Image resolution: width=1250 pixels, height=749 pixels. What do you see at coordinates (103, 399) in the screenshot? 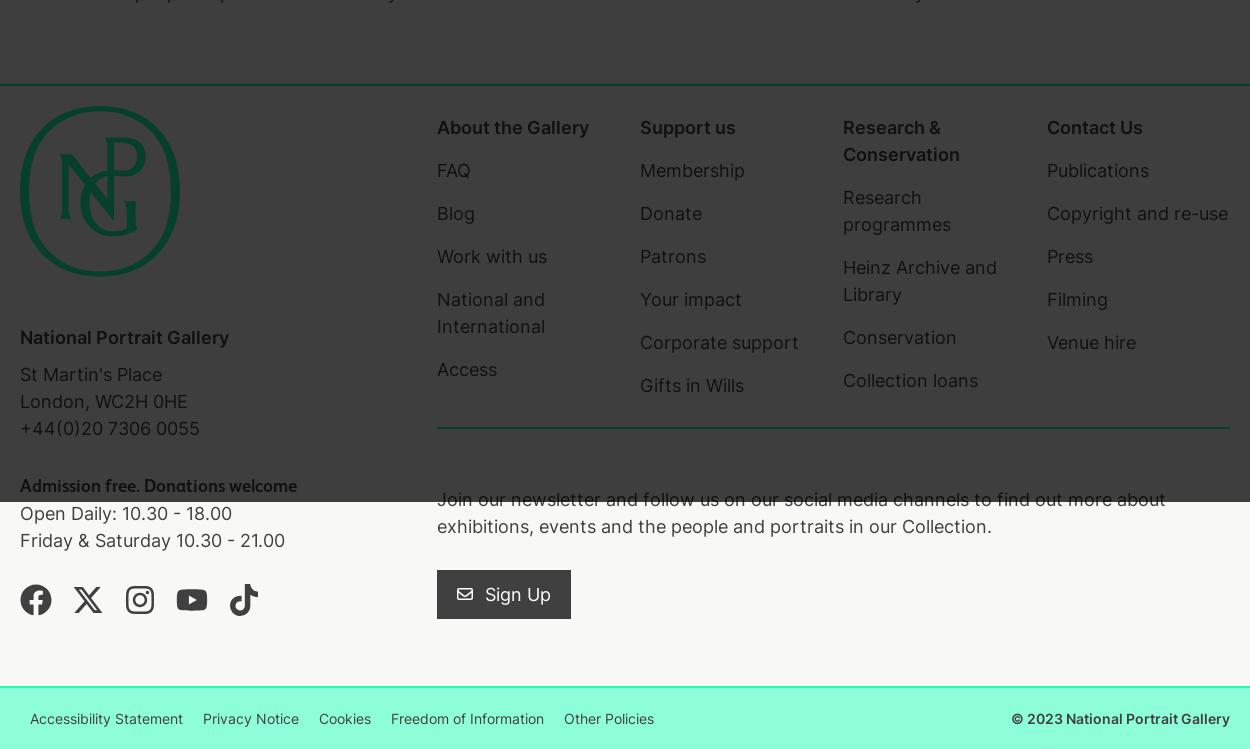
I see `'London, WC2H 0HE'` at bounding box center [103, 399].